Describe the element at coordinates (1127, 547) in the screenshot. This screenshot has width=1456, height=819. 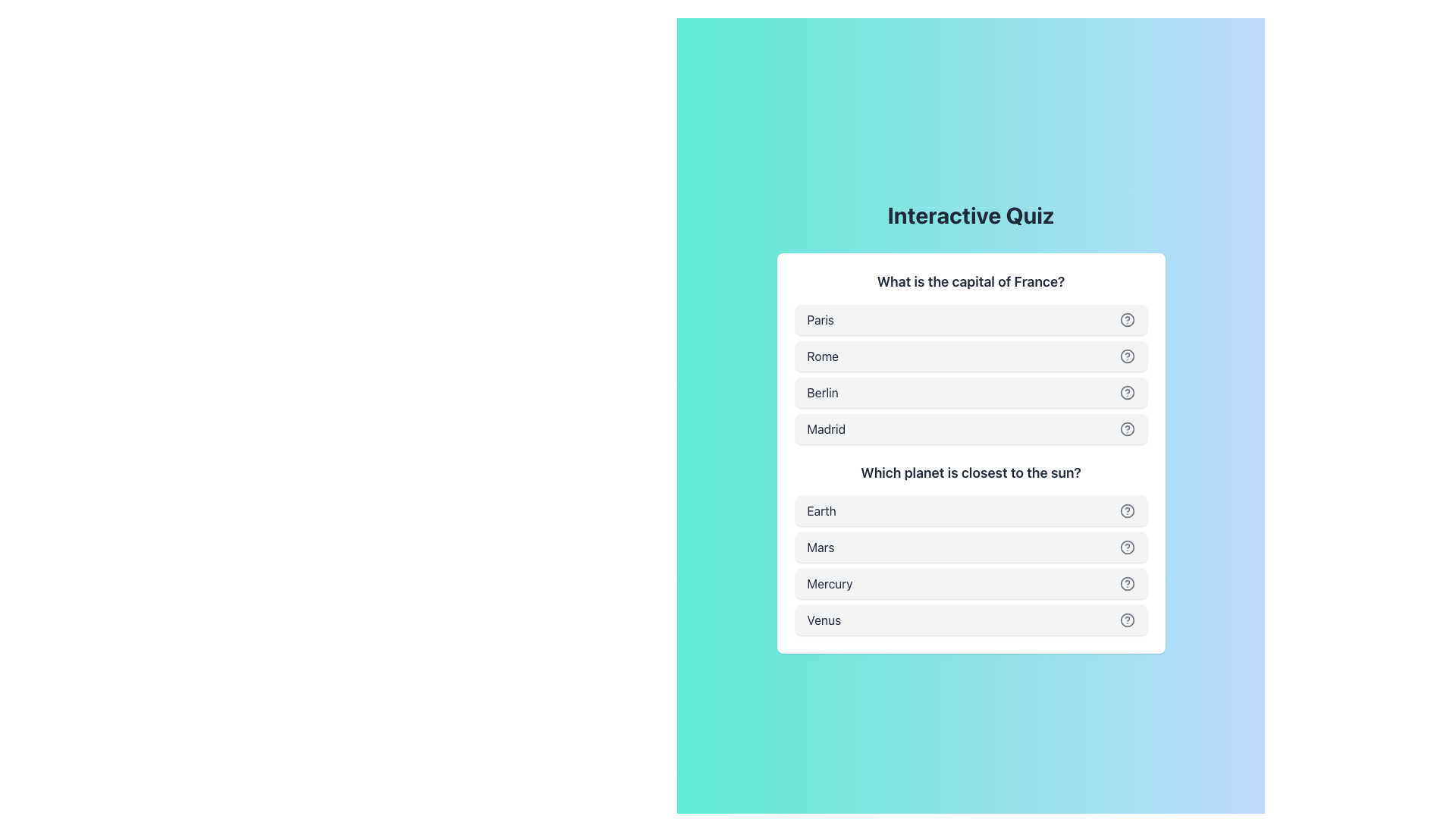
I see `the information button, represented as a circular help icon, located to the right of the 'Mars' option in the 'Which planet is closest to the sun?' question` at that location.